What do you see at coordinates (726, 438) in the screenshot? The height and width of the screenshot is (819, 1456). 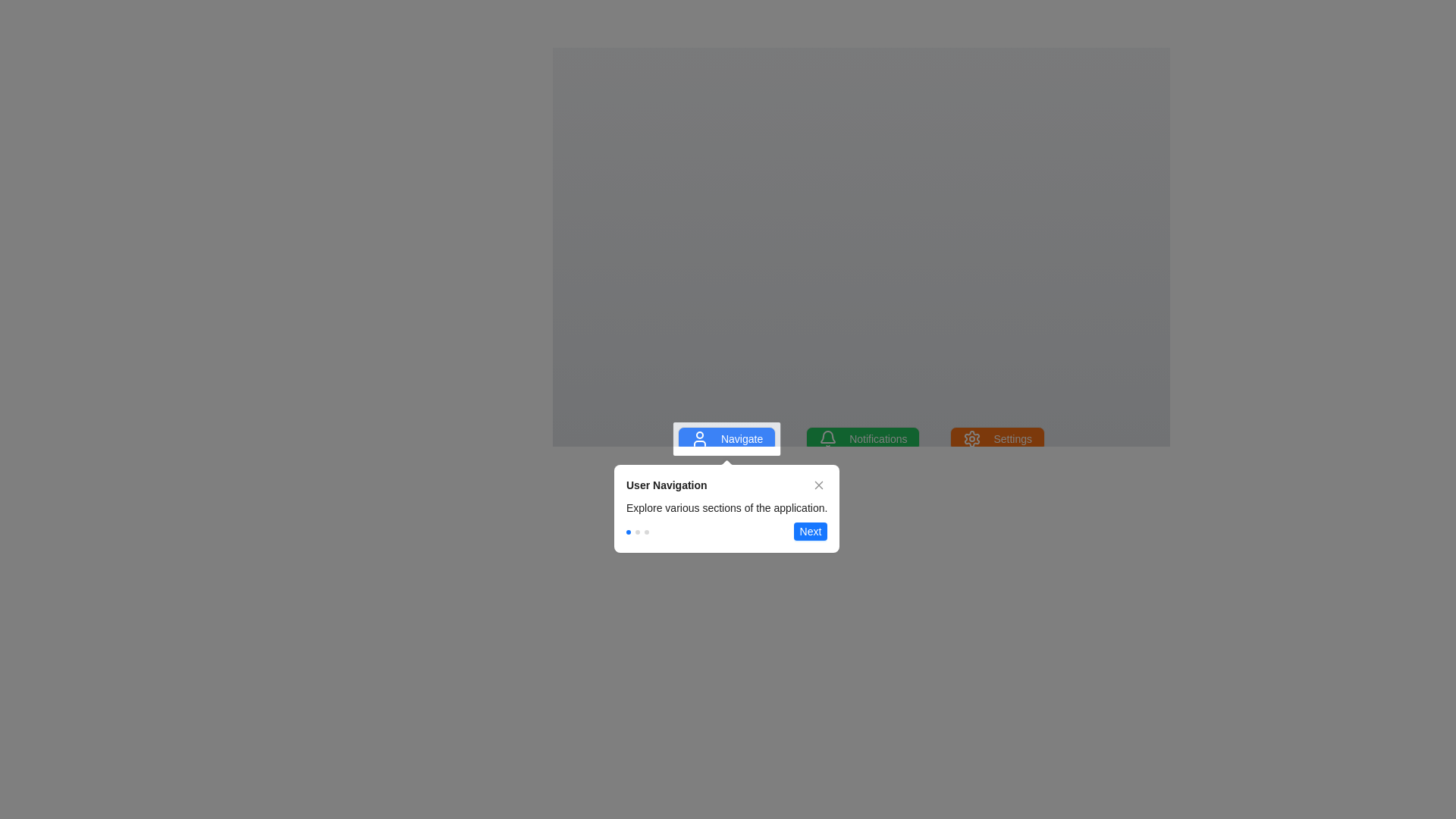 I see `the first navigation button located at the bottom center of the interface` at bounding box center [726, 438].